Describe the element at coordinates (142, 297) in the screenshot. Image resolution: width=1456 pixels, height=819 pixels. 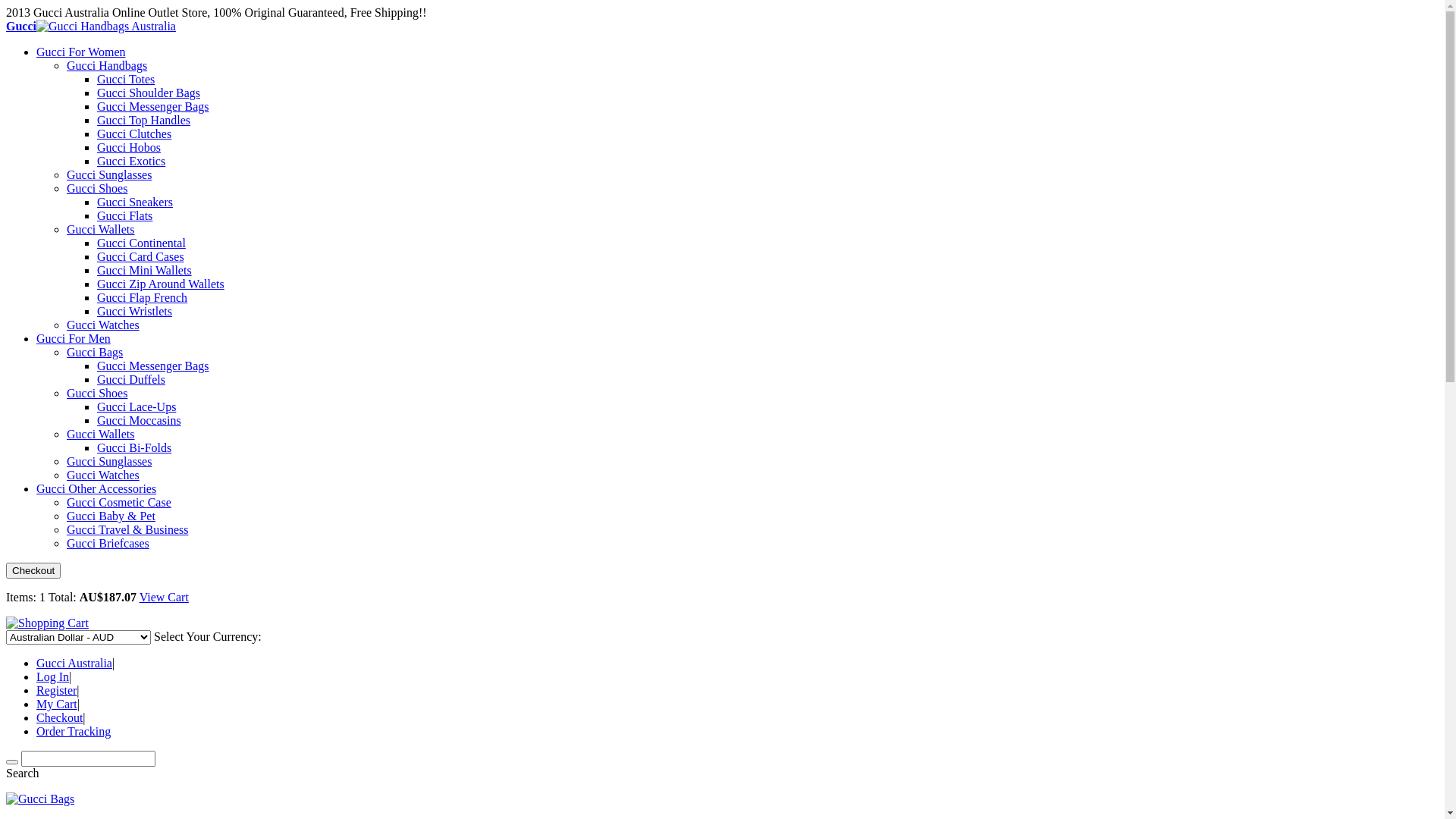
I see `'Gucci Flap French'` at that location.